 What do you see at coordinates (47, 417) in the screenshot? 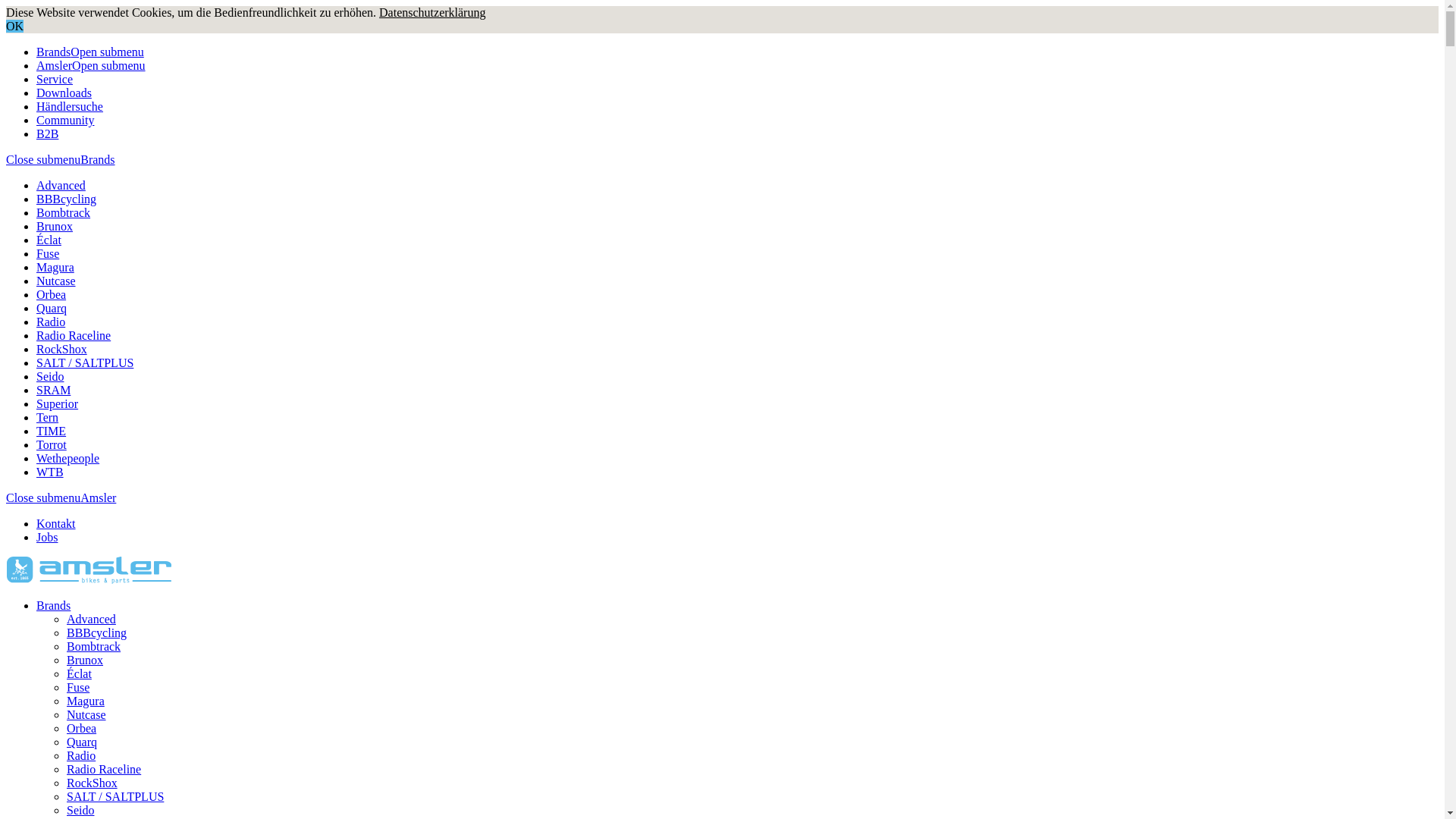
I see `'Tern'` at bounding box center [47, 417].